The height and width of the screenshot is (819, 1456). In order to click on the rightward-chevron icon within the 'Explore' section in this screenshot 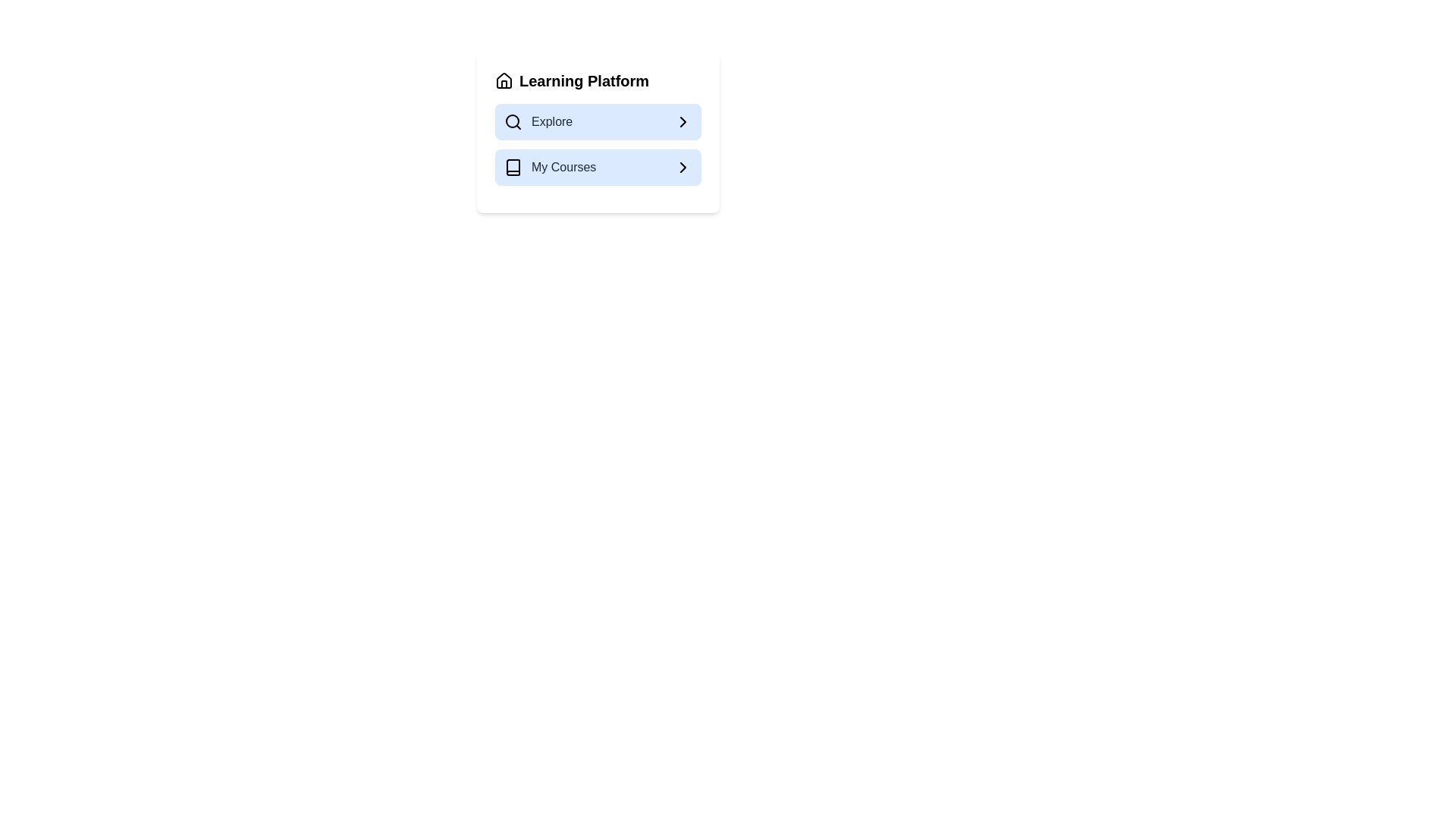, I will do `click(682, 121)`.